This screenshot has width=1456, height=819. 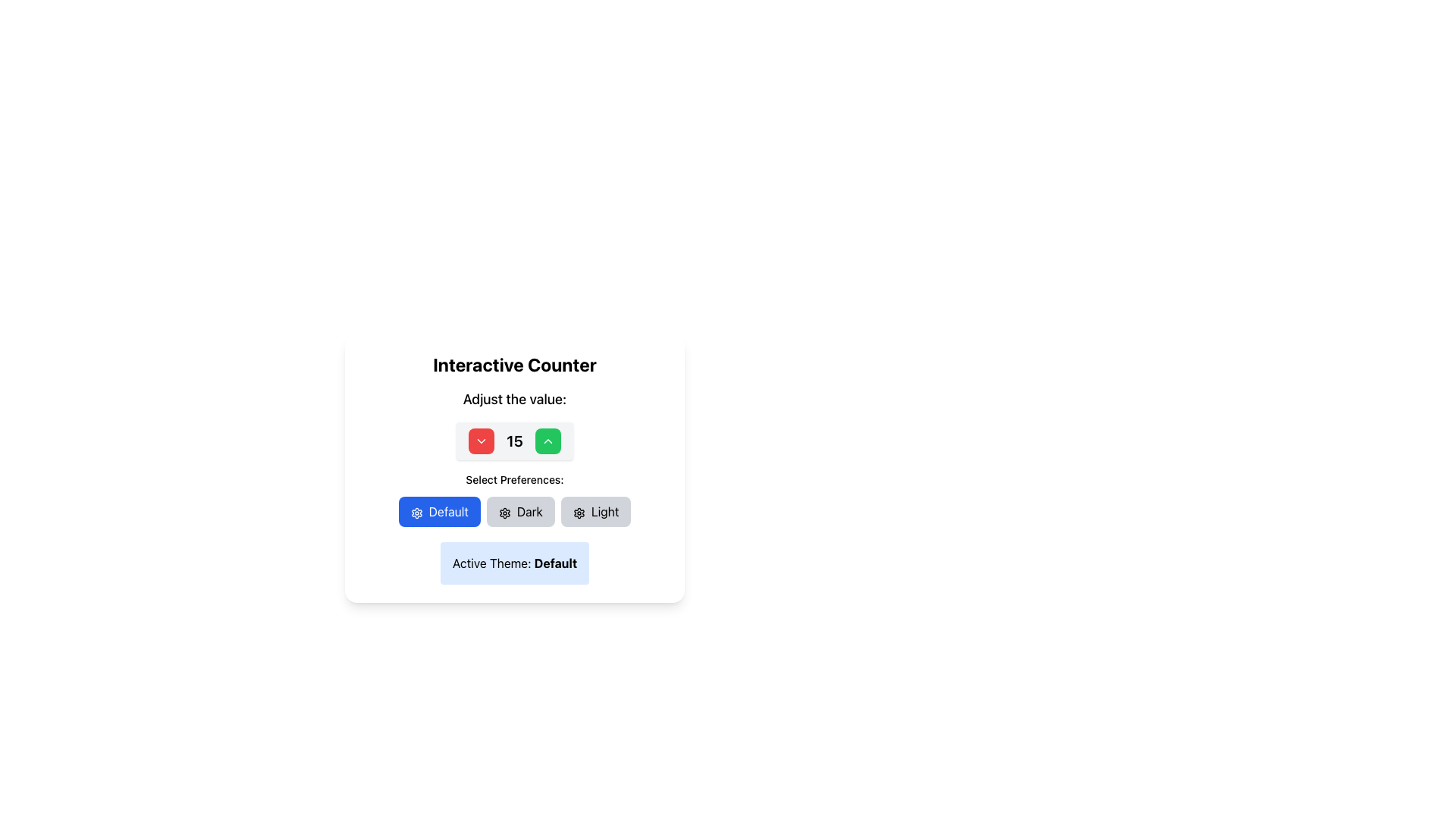 What do you see at coordinates (578, 512) in the screenshot?
I see `the small gear icon representing settings, which is located to the left of the 'Light' label within the 'Light' button` at bounding box center [578, 512].